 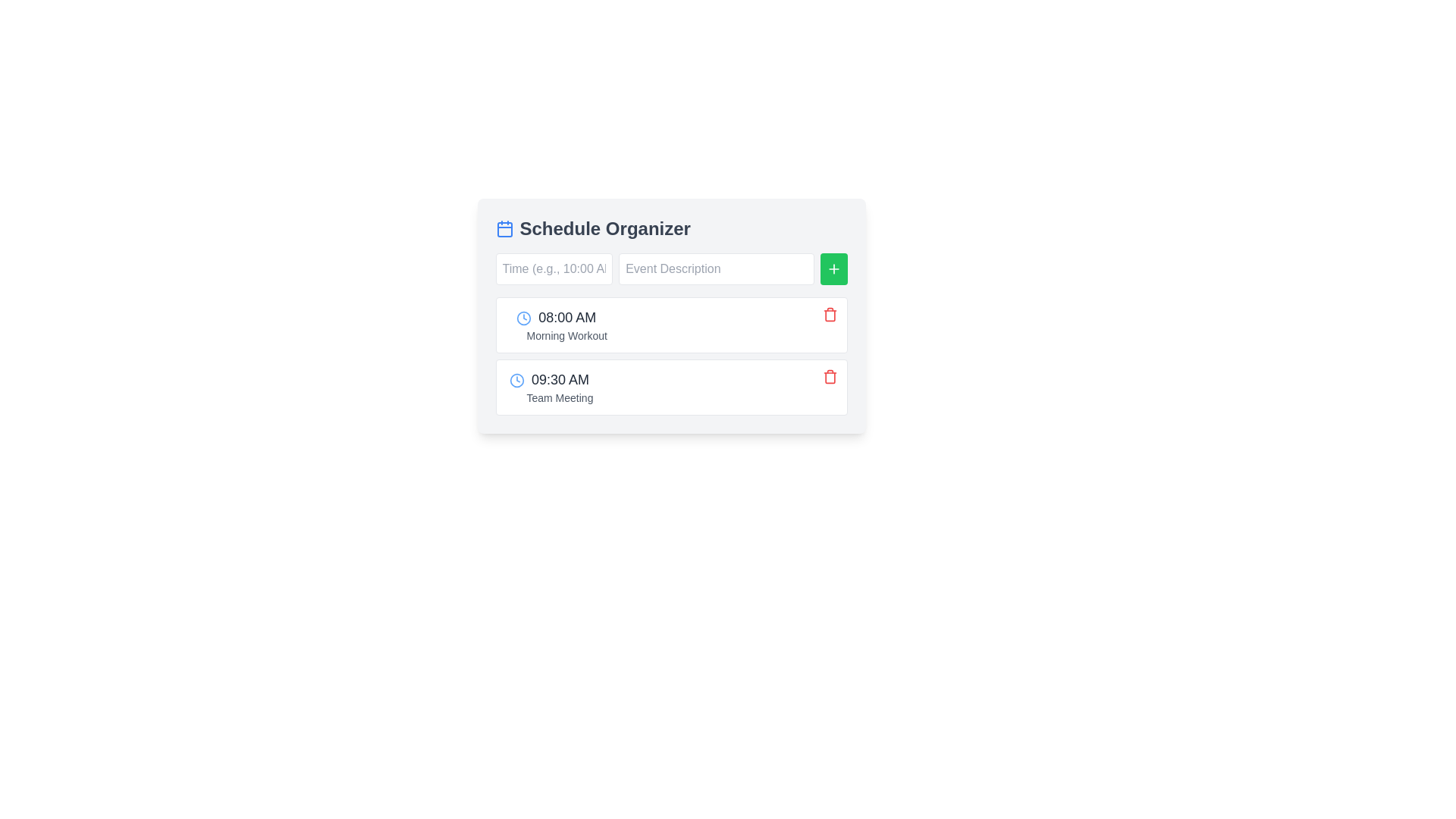 I want to click on the Text Display with Icon that shows '09:30 AM' in large bold gray text, located in the left section of the second row in the scheduling details, so click(x=548, y=379).